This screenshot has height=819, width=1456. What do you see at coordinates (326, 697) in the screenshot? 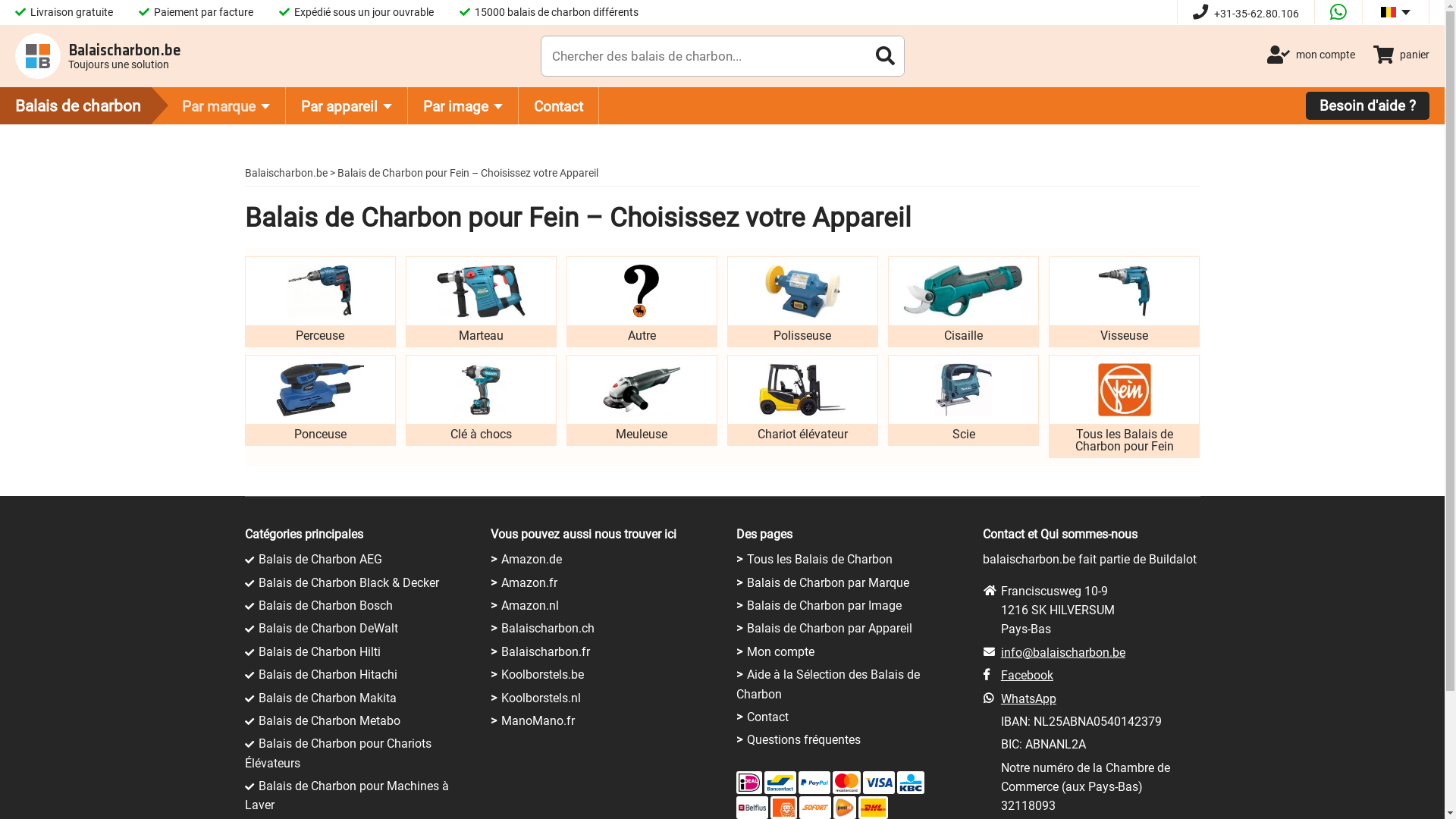
I see `'Balais de Charbon Makita'` at bounding box center [326, 697].